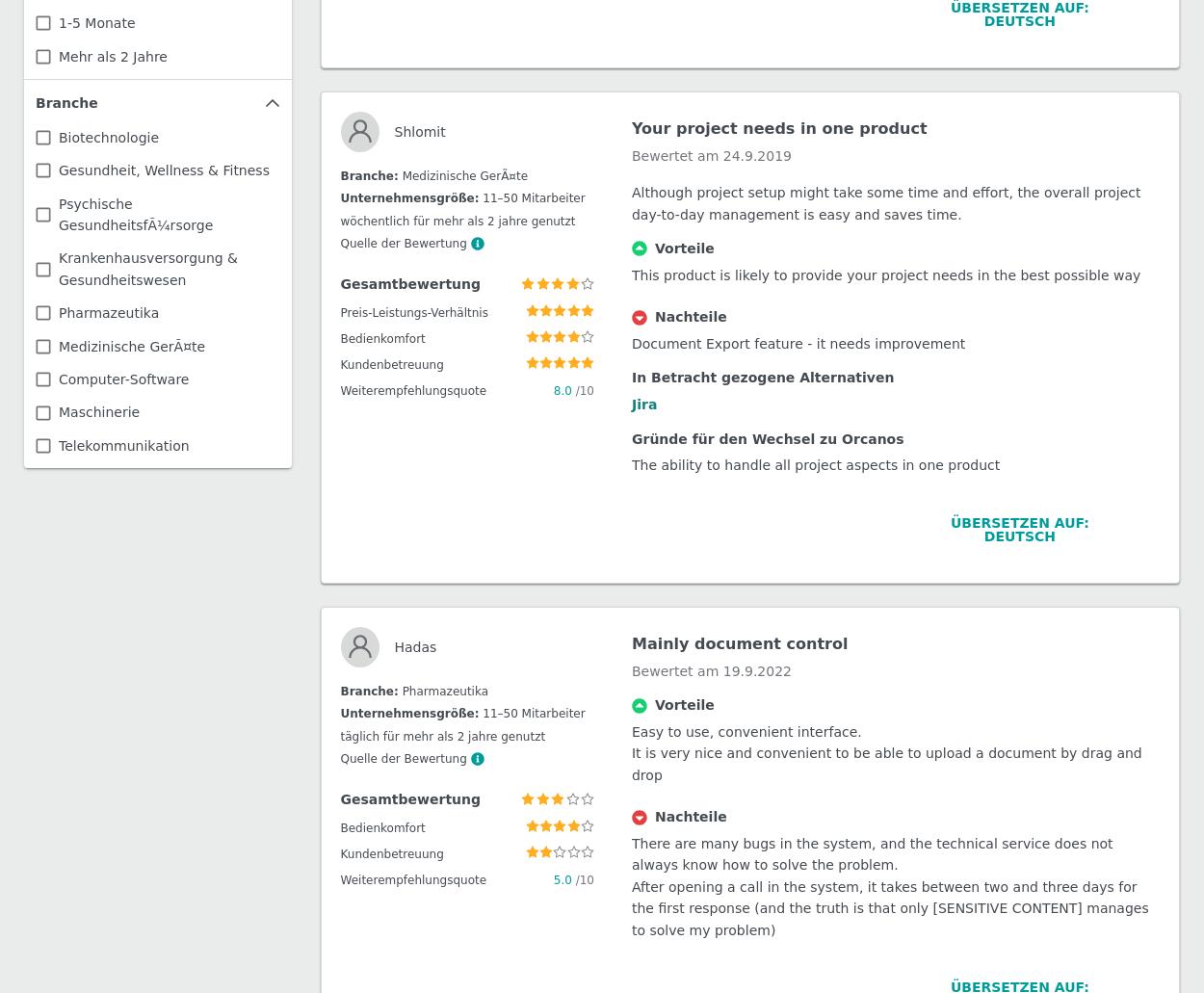  I want to click on 'Bewertet am 17.1.2019', so click(710, 769).